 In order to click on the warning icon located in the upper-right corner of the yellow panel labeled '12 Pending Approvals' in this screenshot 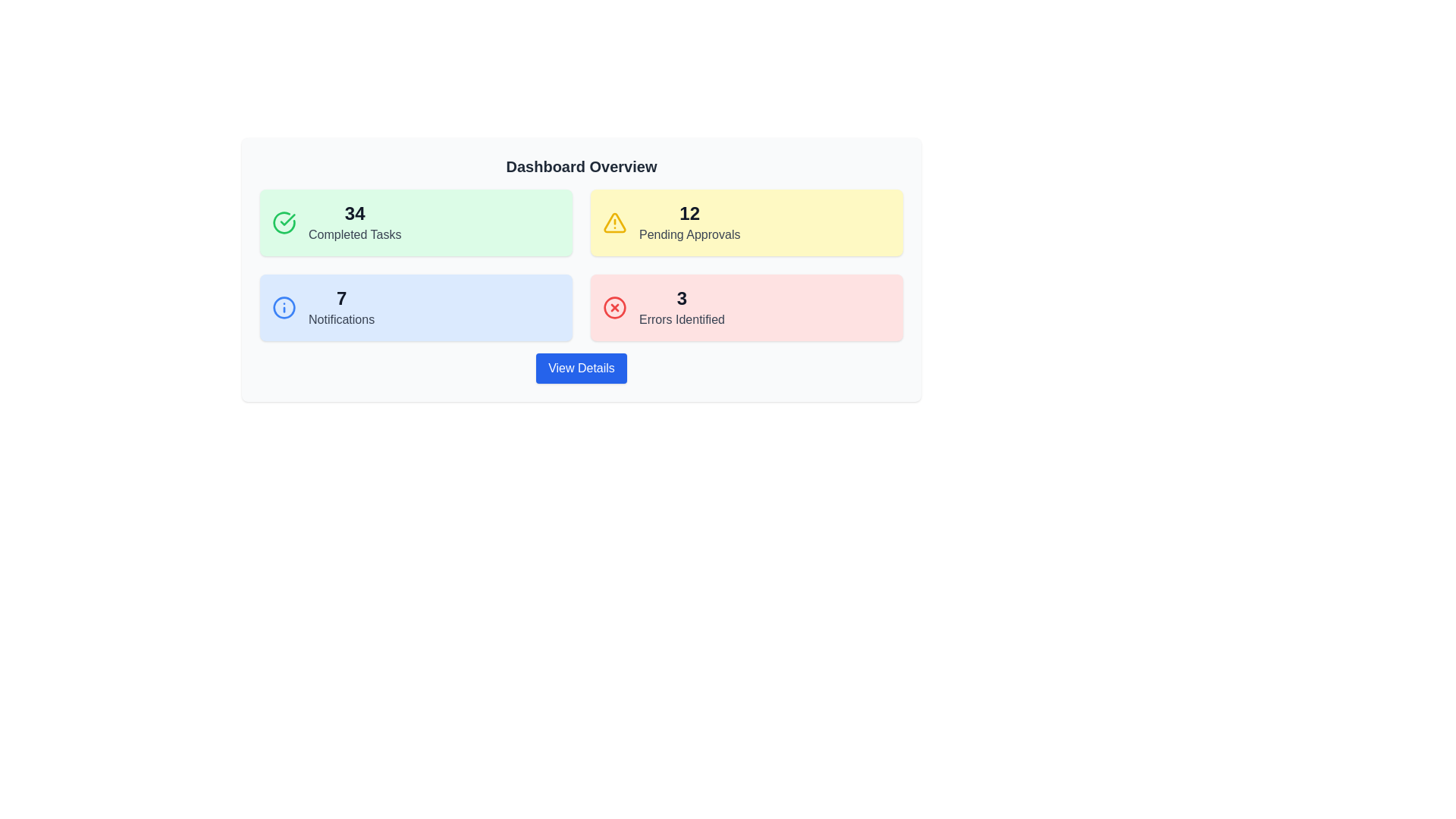, I will do `click(615, 222)`.